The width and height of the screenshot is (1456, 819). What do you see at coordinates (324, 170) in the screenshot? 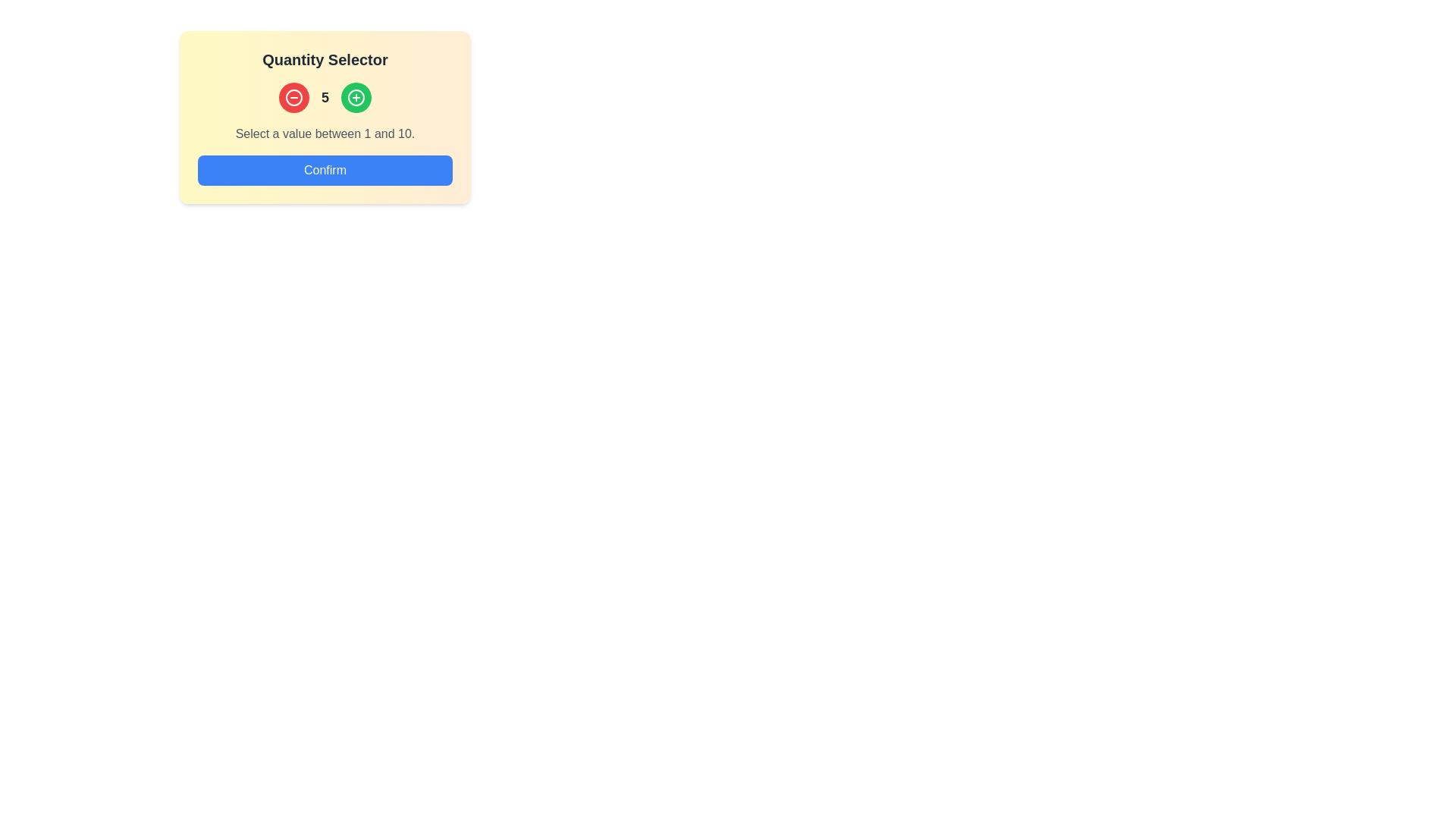
I see `the 'Confirm' button, which is a horizontally-aligned rectangular button with a blue background and rounded corners, located below the label 'Select a value between 1 and 10.'` at bounding box center [324, 170].